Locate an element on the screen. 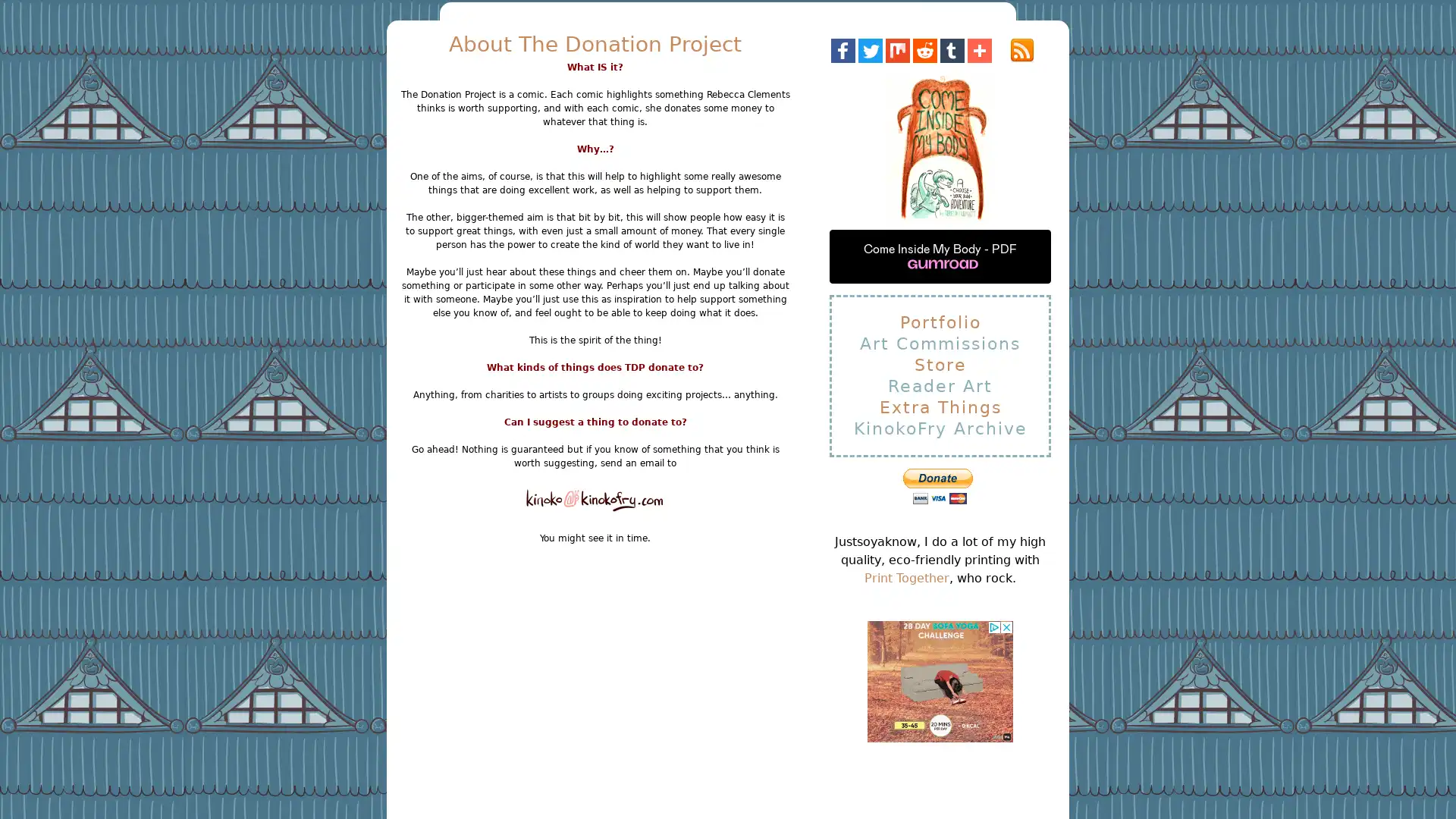  PayPal - The safer, easier way to pay online. is located at coordinates (937, 486).